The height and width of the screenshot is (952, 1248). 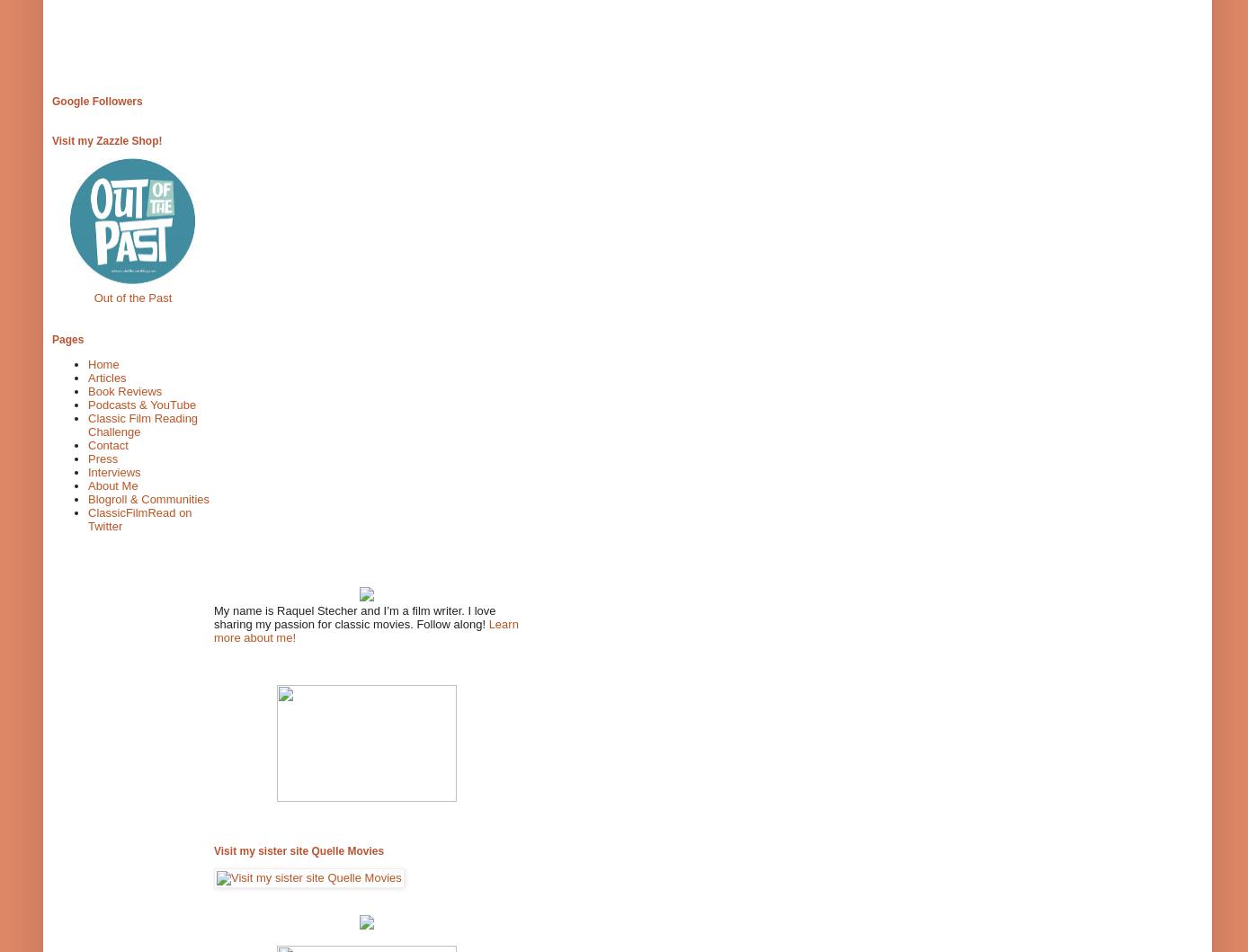 I want to click on 'Contact', so click(x=108, y=445).